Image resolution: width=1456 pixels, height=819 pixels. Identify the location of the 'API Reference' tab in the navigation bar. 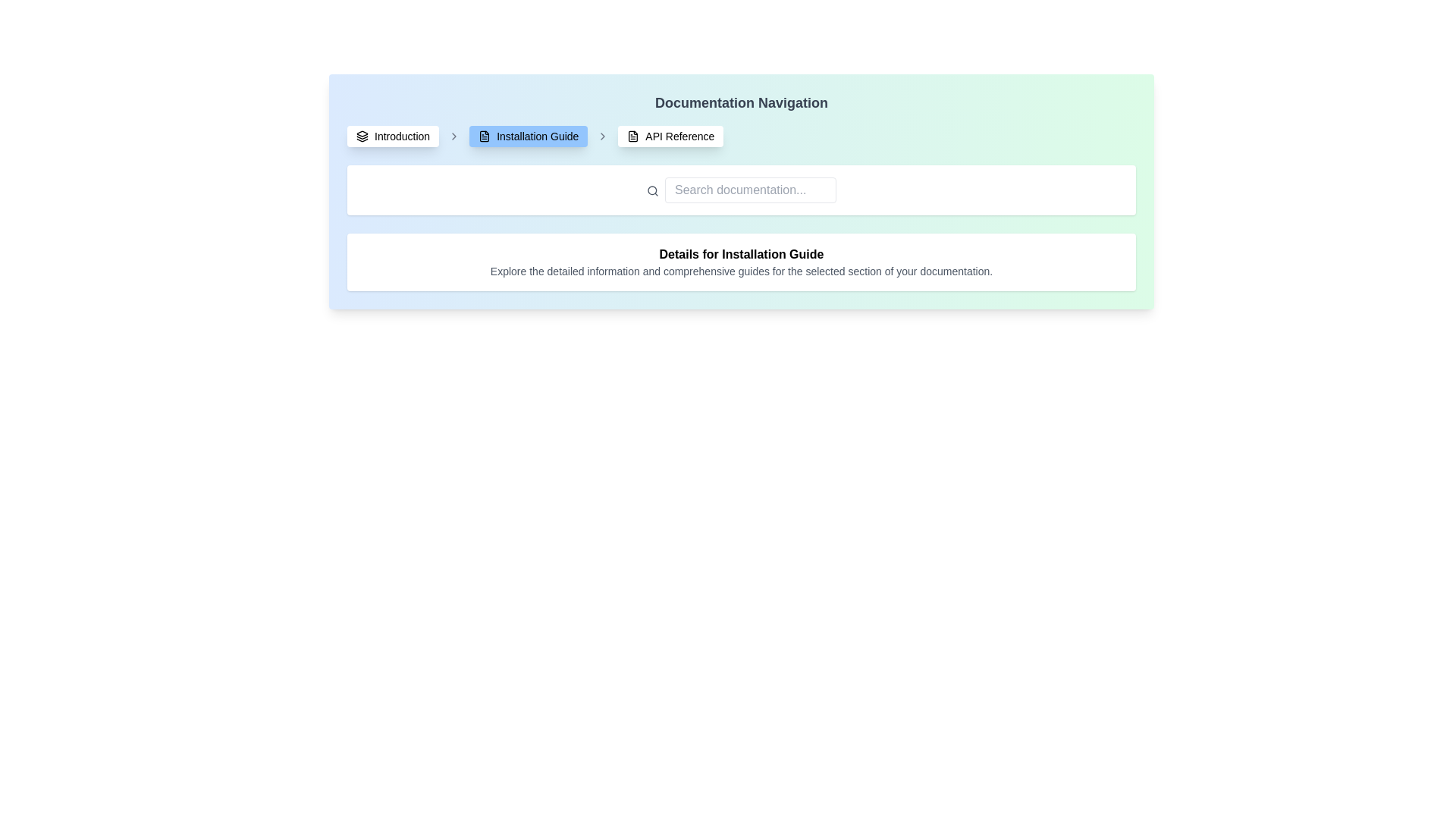
(670, 136).